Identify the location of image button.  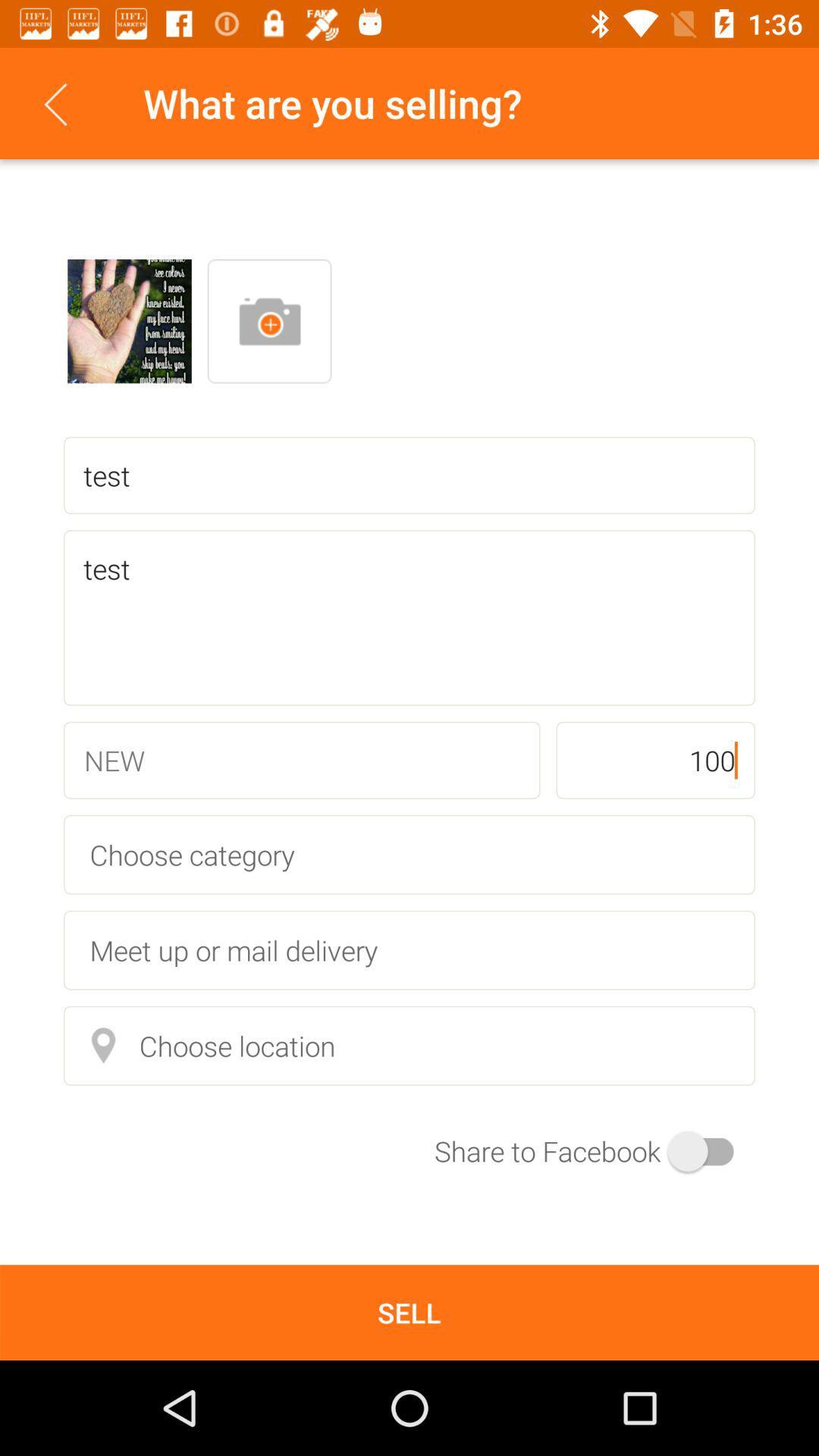
(268, 320).